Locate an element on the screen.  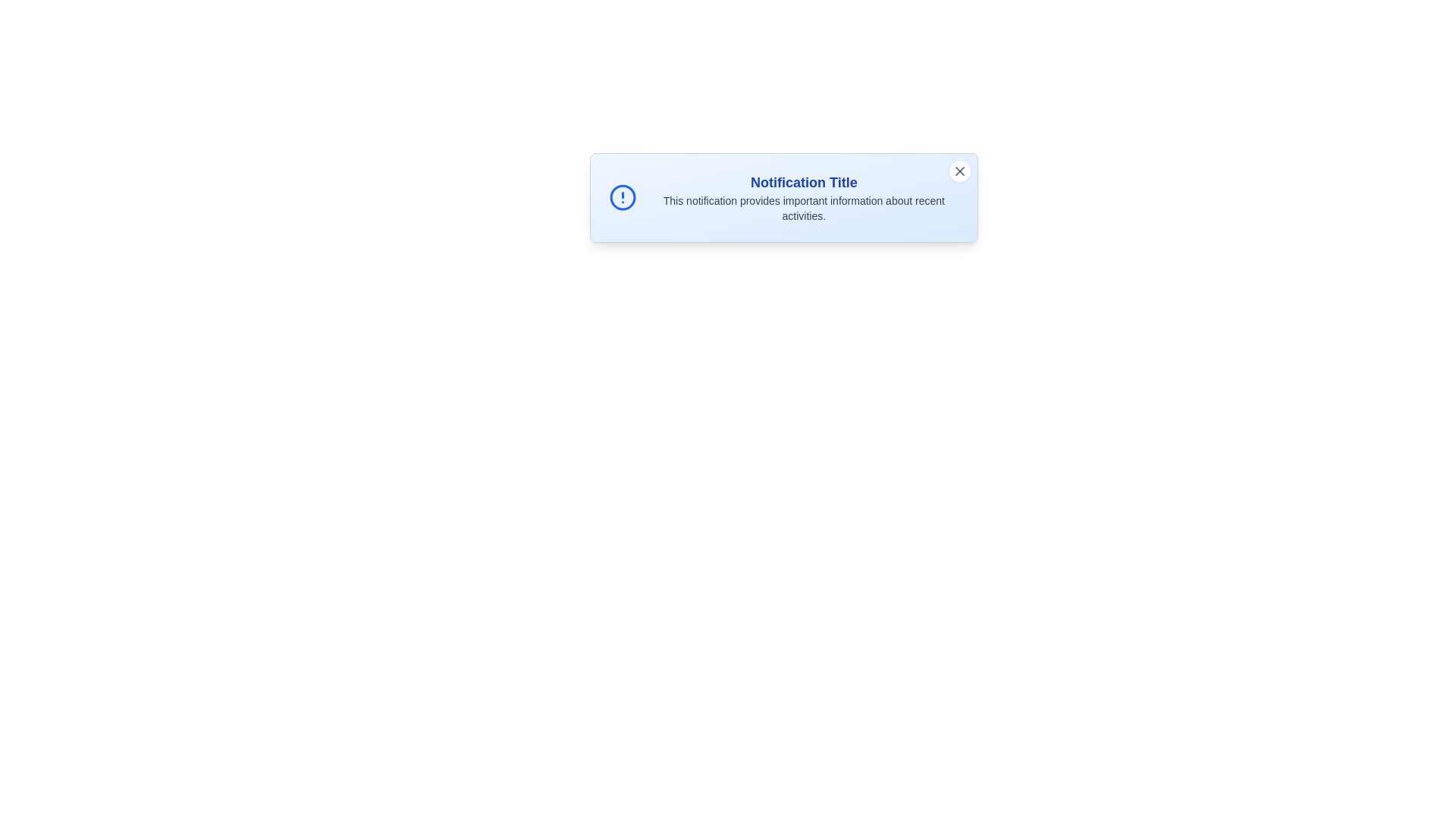
the prominently styled text label that contains the bold and blue title 'Notification Title' within the light blue notification card is located at coordinates (803, 181).